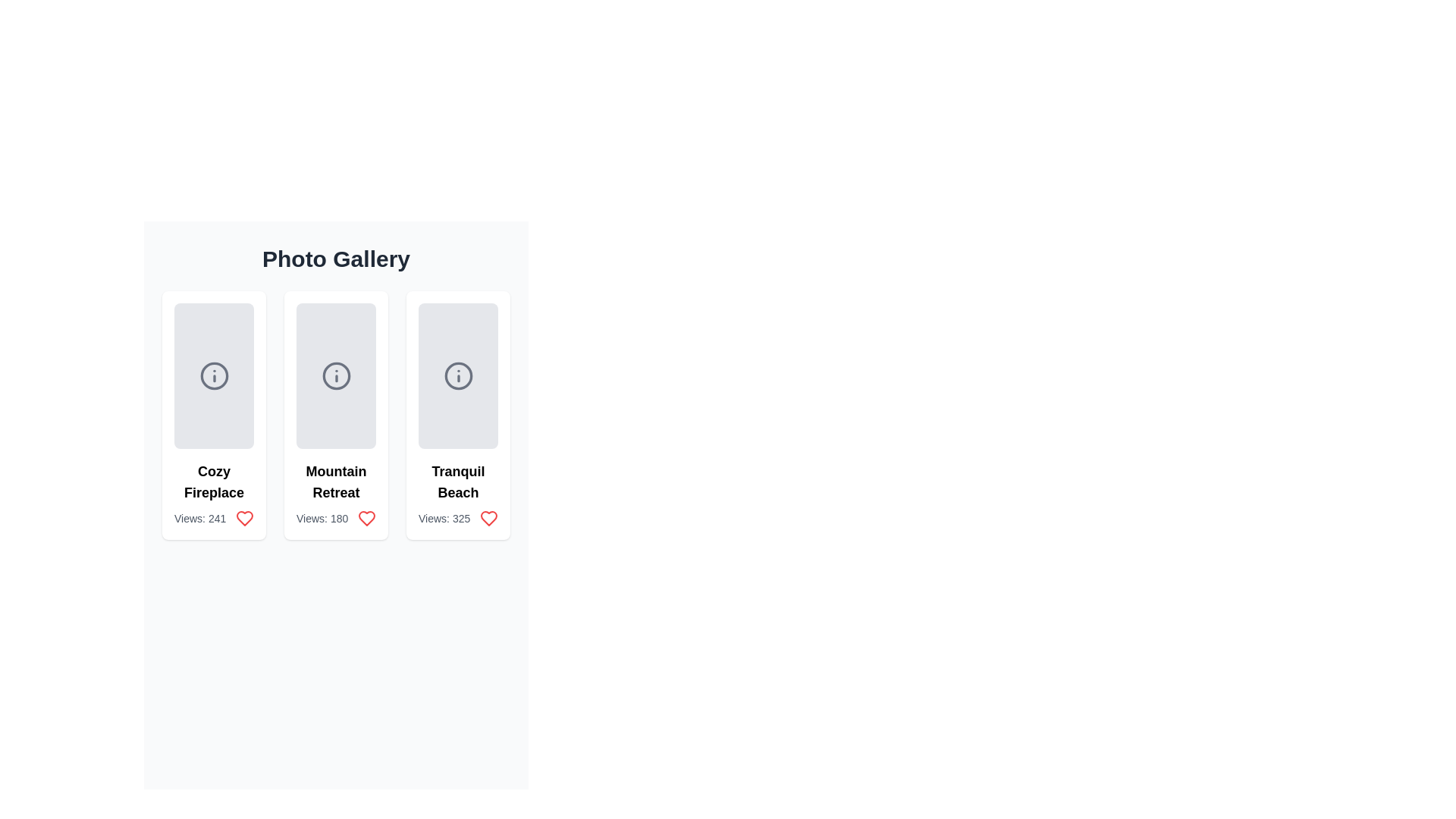  Describe the element at coordinates (457, 415) in the screenshot. I see `the card component with the title 'Tranquil Beach', which is styled with a white background and rounded corners, located in the bottom right corner of the grid` at that location.